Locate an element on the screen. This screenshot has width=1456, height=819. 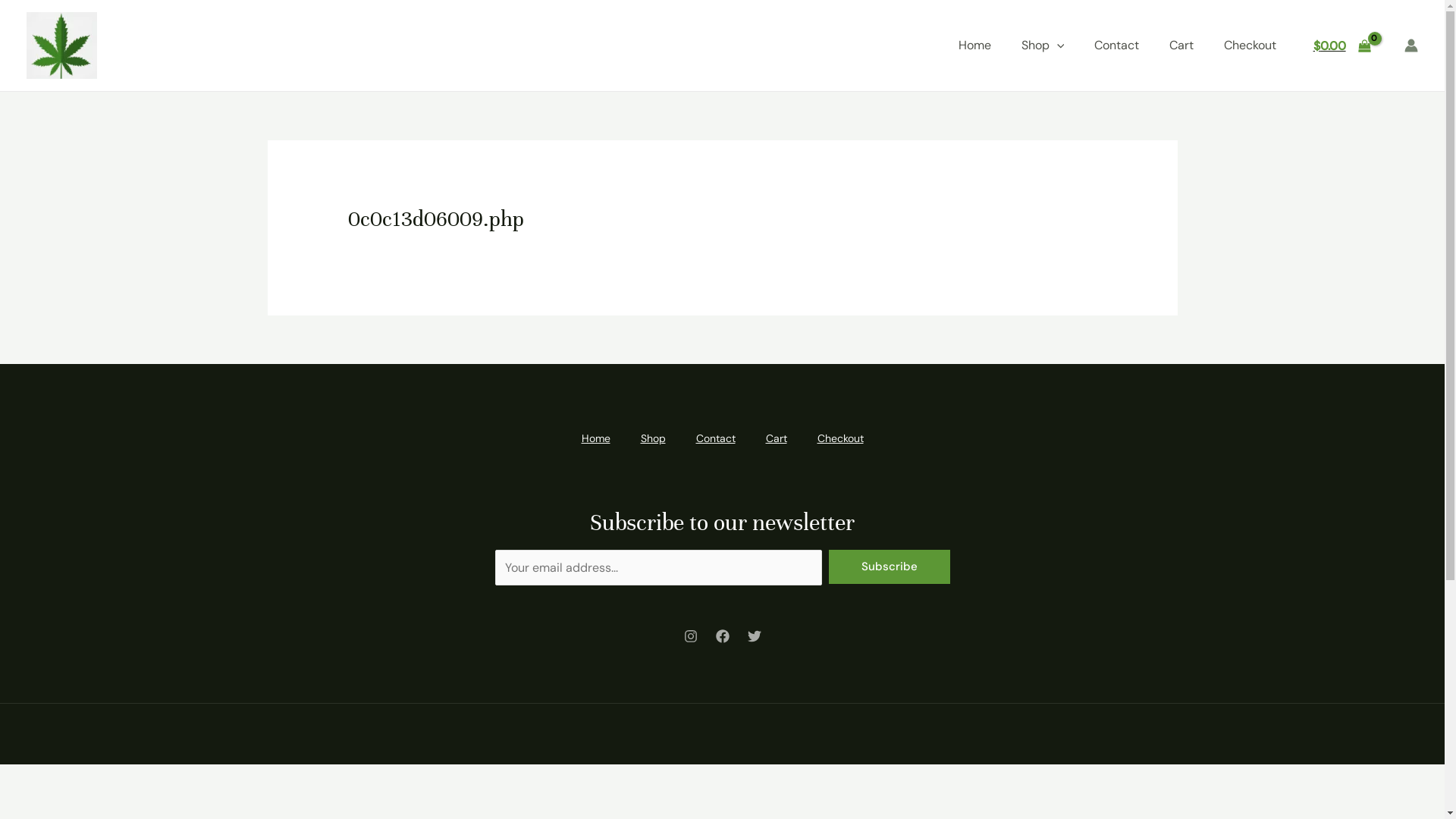
'$0.00' is located at coordinates (1341, 45).